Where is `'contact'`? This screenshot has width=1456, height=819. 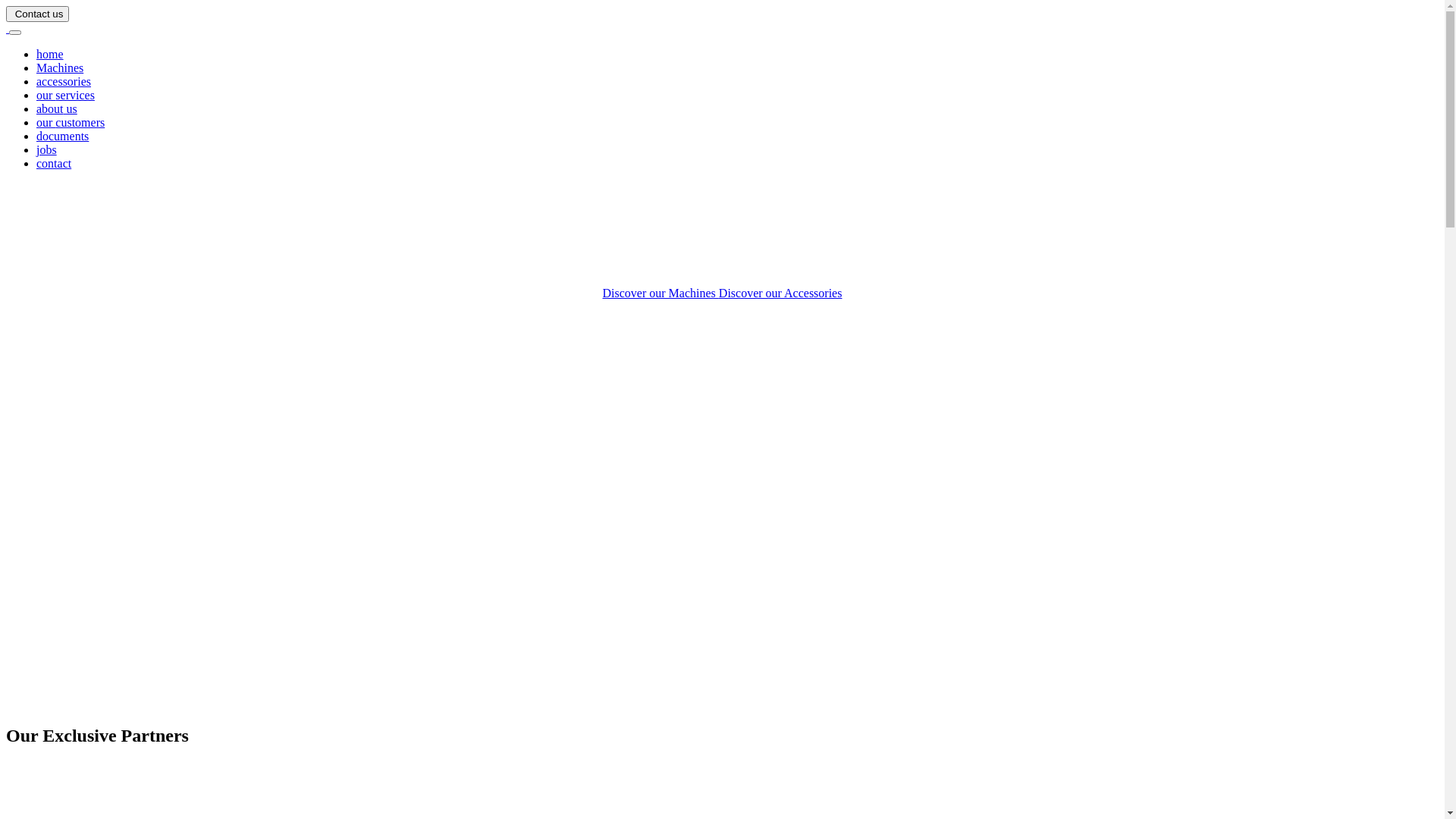
'contact' is located at coordinates (36, 163).